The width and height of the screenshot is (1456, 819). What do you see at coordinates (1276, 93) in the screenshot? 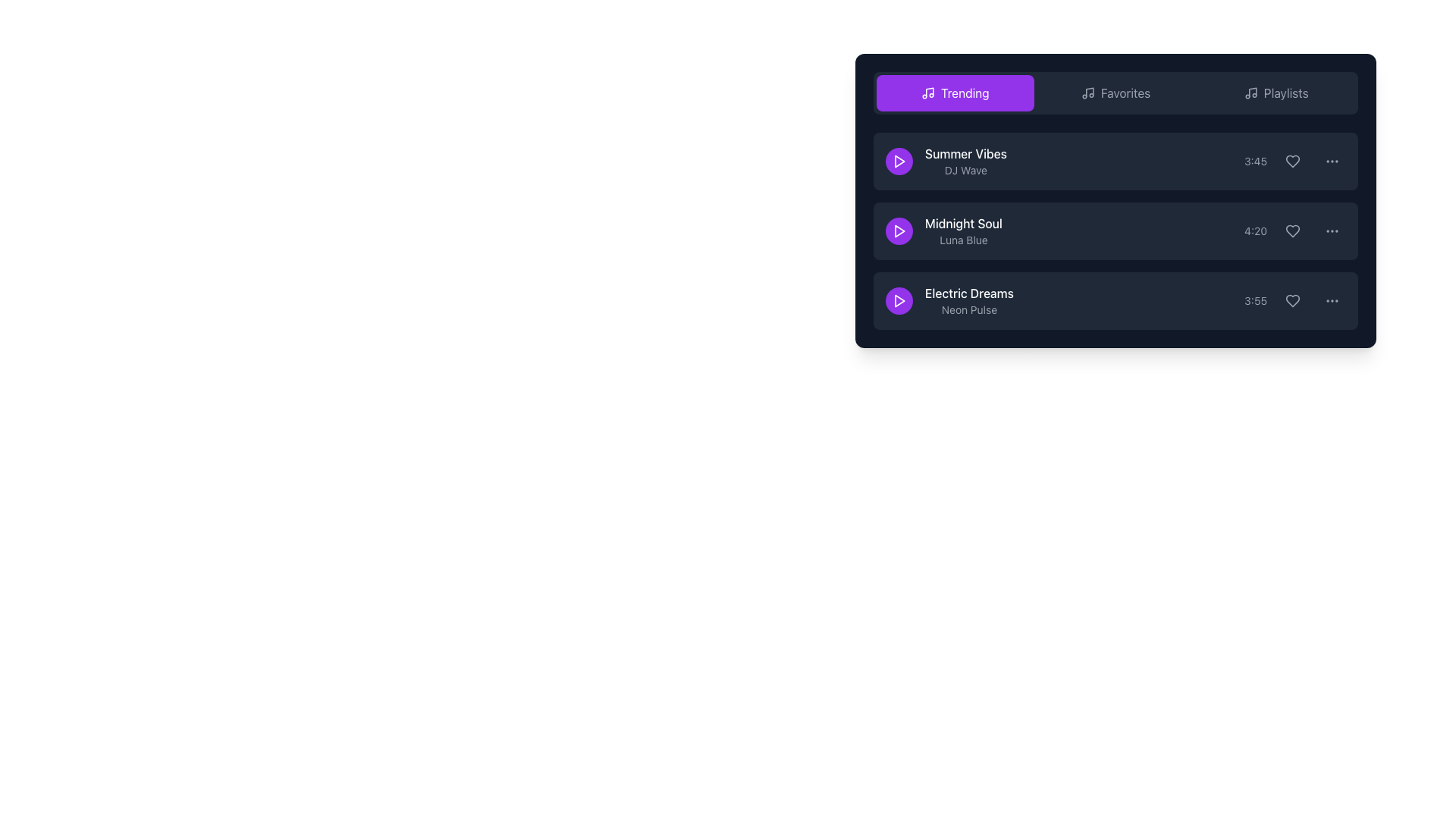
I see `the 'Playlists' navigation tab` at bounding box center [1276, 93].